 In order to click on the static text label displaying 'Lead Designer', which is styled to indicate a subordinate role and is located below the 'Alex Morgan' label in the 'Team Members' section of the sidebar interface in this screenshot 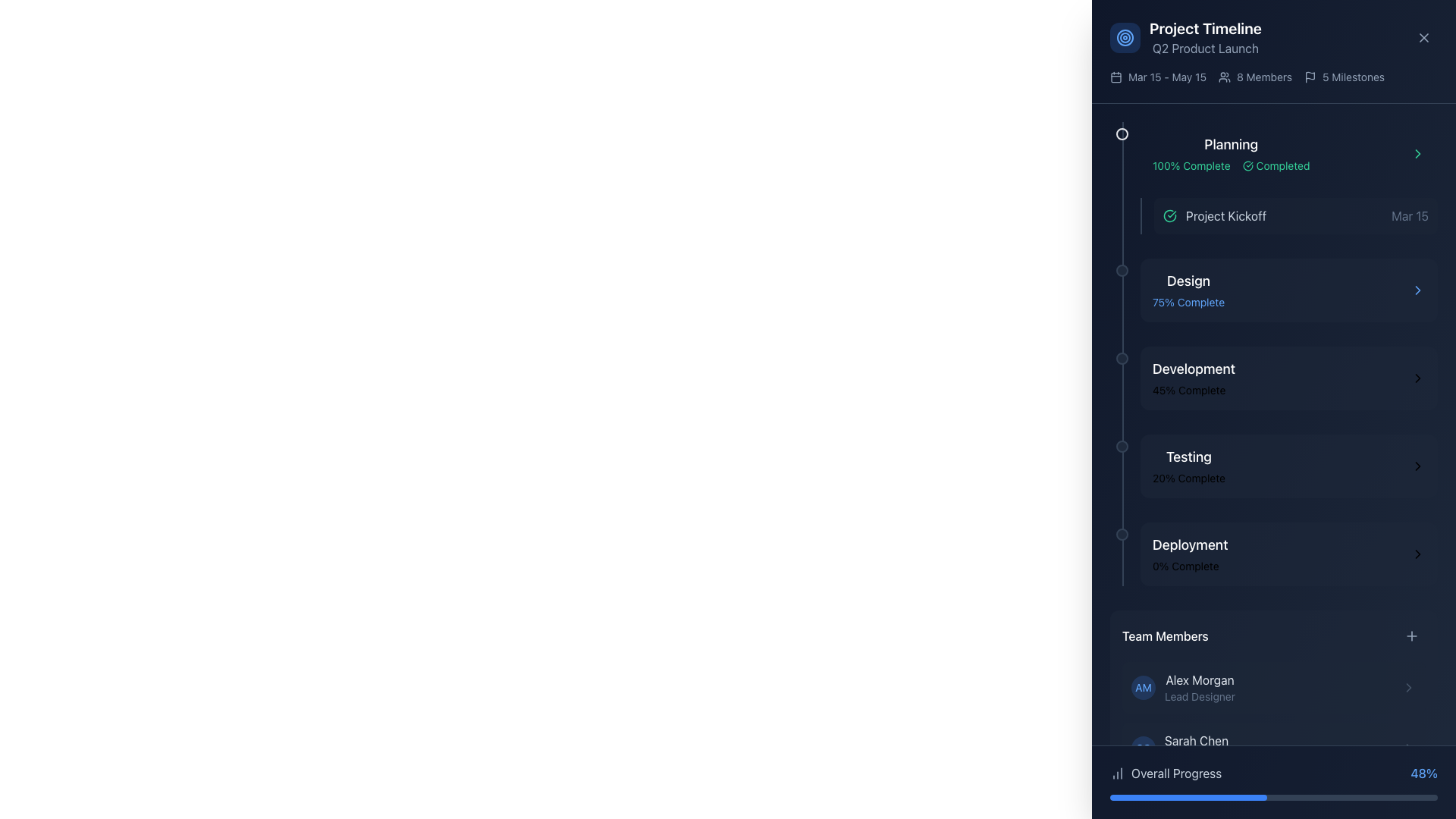, I will do `click(1199, 696)`.